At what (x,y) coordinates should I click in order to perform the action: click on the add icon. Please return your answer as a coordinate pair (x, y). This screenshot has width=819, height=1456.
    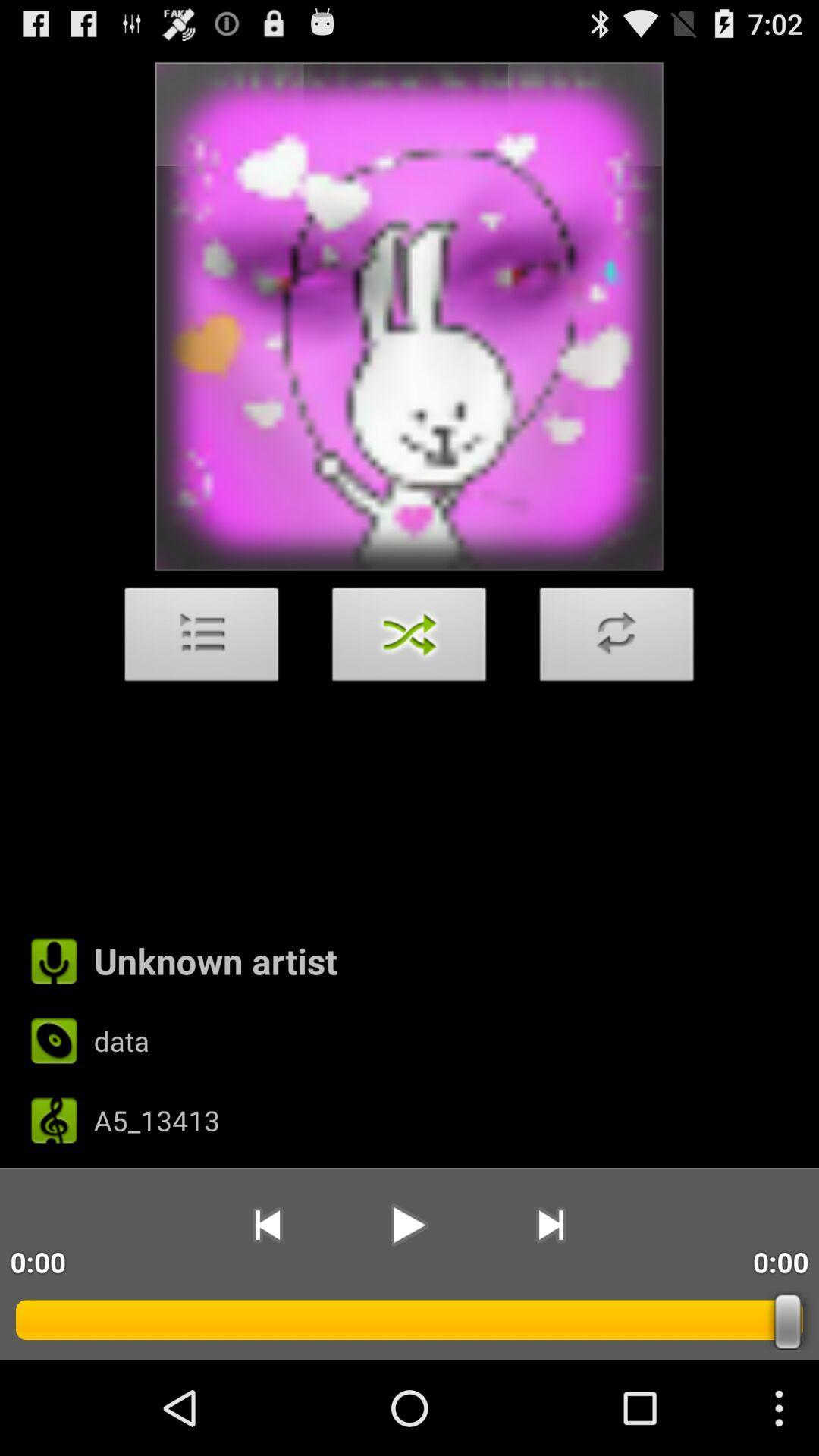
    Looking at the image, I should click on (617, 682).